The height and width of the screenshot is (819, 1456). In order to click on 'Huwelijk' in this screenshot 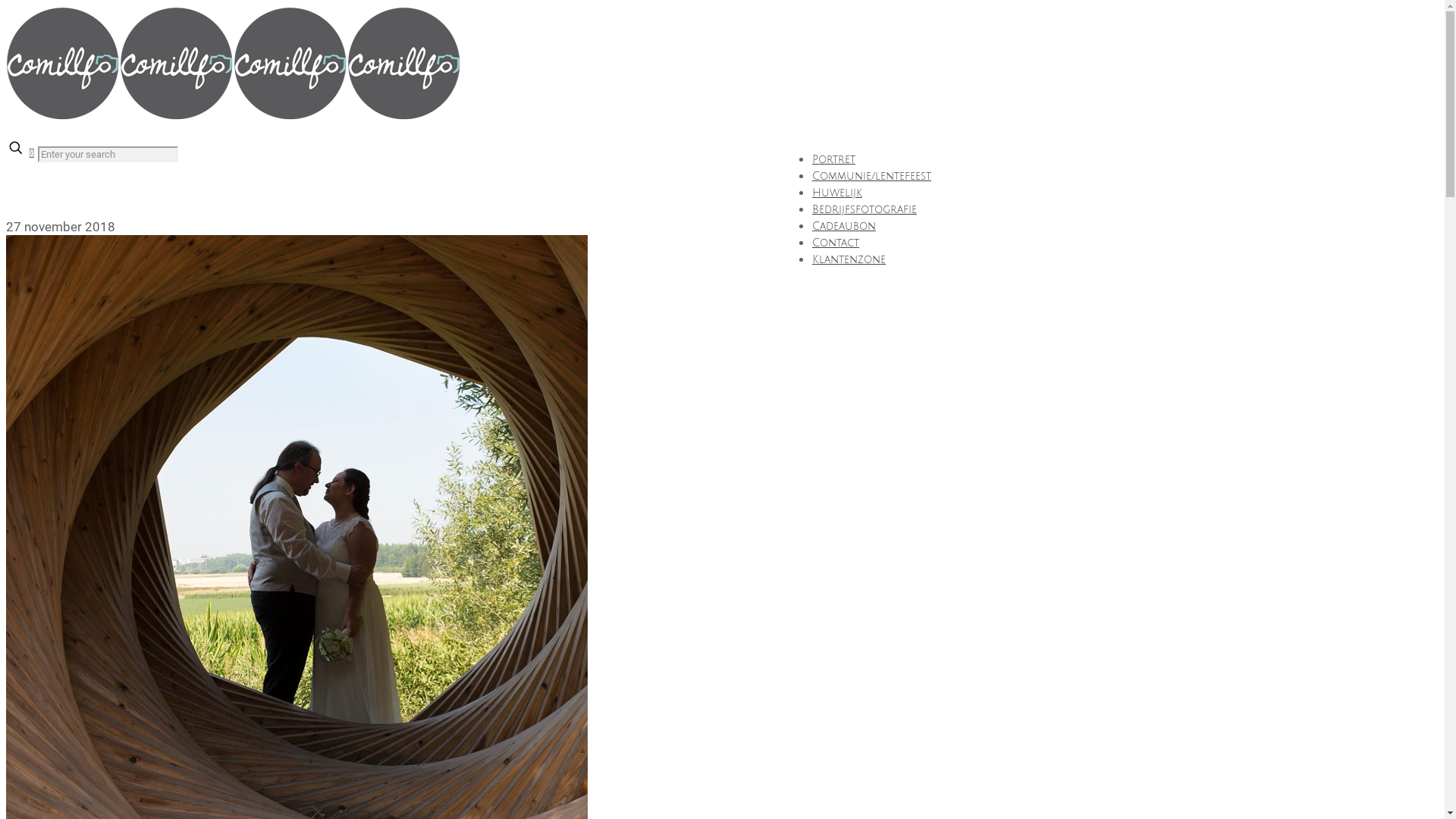, I will do `click(811, 192)`.